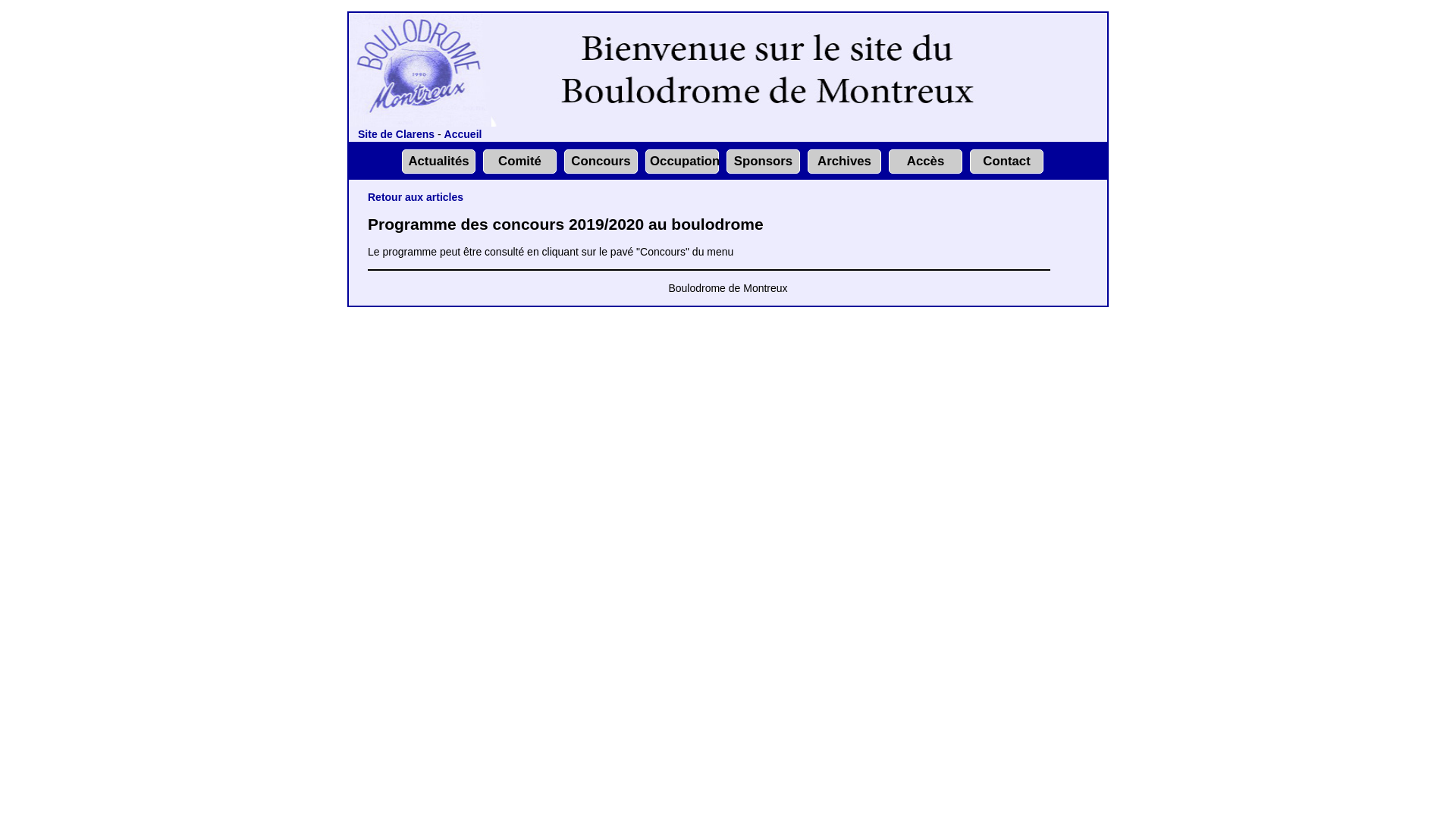 The image size is (1456, 819). Describe the element at coordinates (843, 161) in the screenshot. I see `'Archives'` at that location.